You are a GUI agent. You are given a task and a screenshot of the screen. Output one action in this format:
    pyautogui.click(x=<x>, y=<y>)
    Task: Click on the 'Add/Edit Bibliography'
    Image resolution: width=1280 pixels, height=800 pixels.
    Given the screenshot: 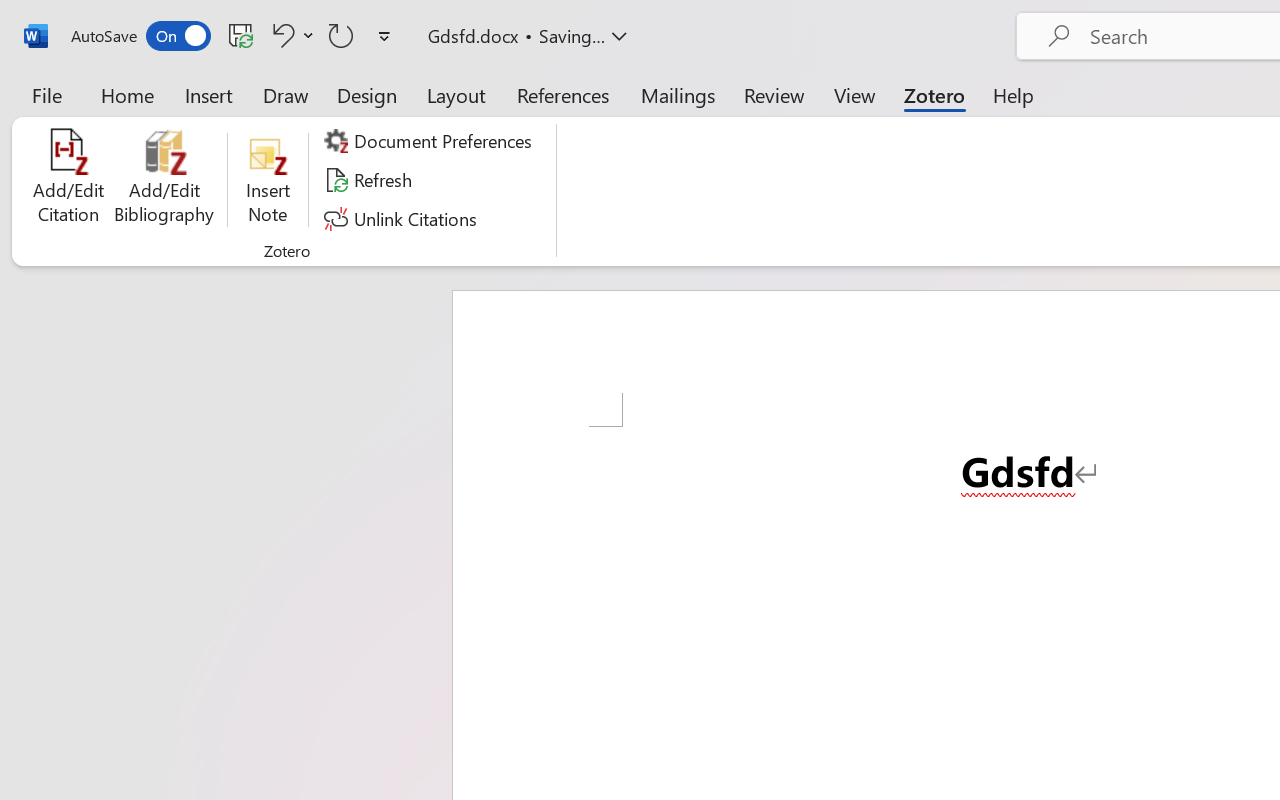 What is the action you would take?
    pyautogui.click(x=164, y=179)
    